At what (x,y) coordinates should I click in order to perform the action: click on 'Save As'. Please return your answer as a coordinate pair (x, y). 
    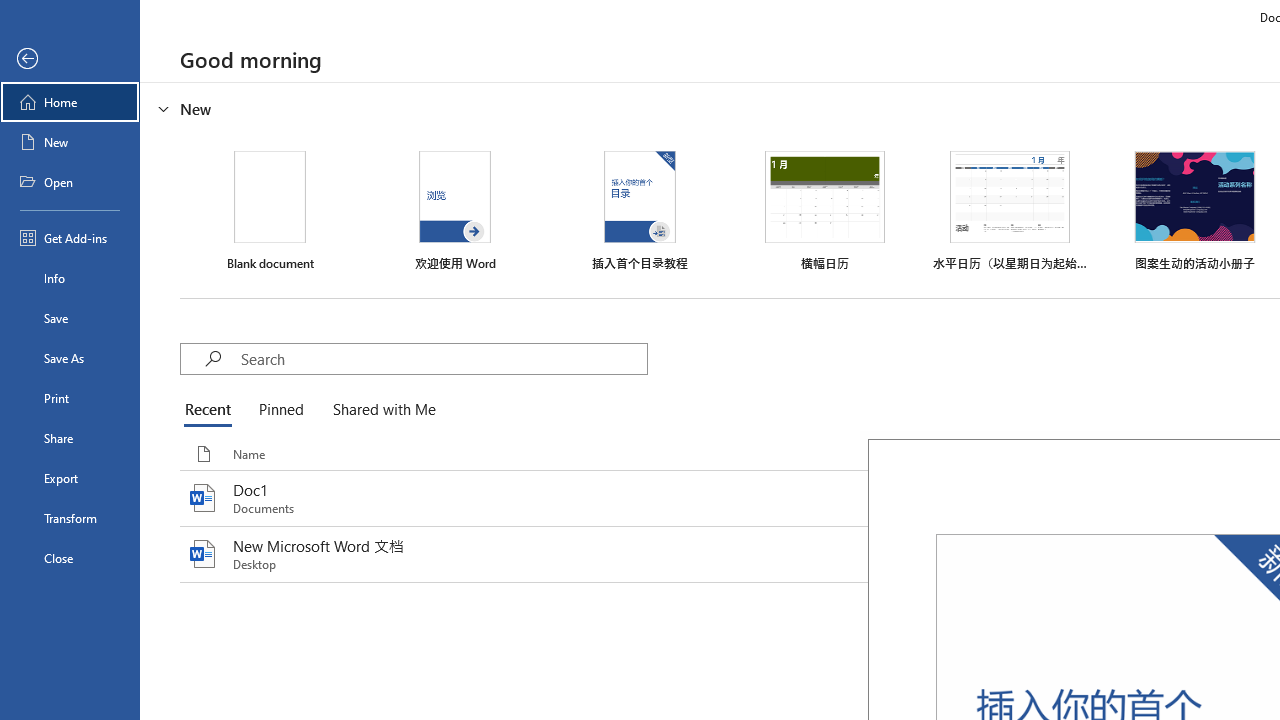
    Looking at the image, I should click on (69, 356).